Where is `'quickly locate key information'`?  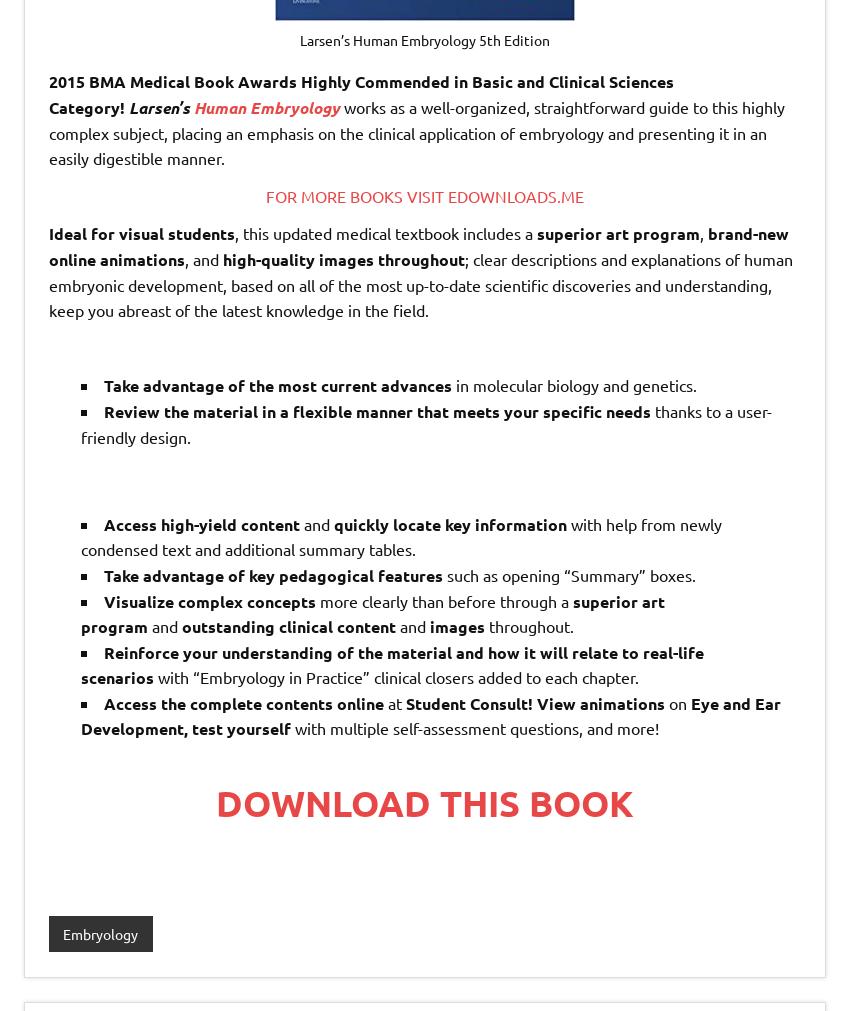
'quickly locate key information' is located at coordinates (329, 523).